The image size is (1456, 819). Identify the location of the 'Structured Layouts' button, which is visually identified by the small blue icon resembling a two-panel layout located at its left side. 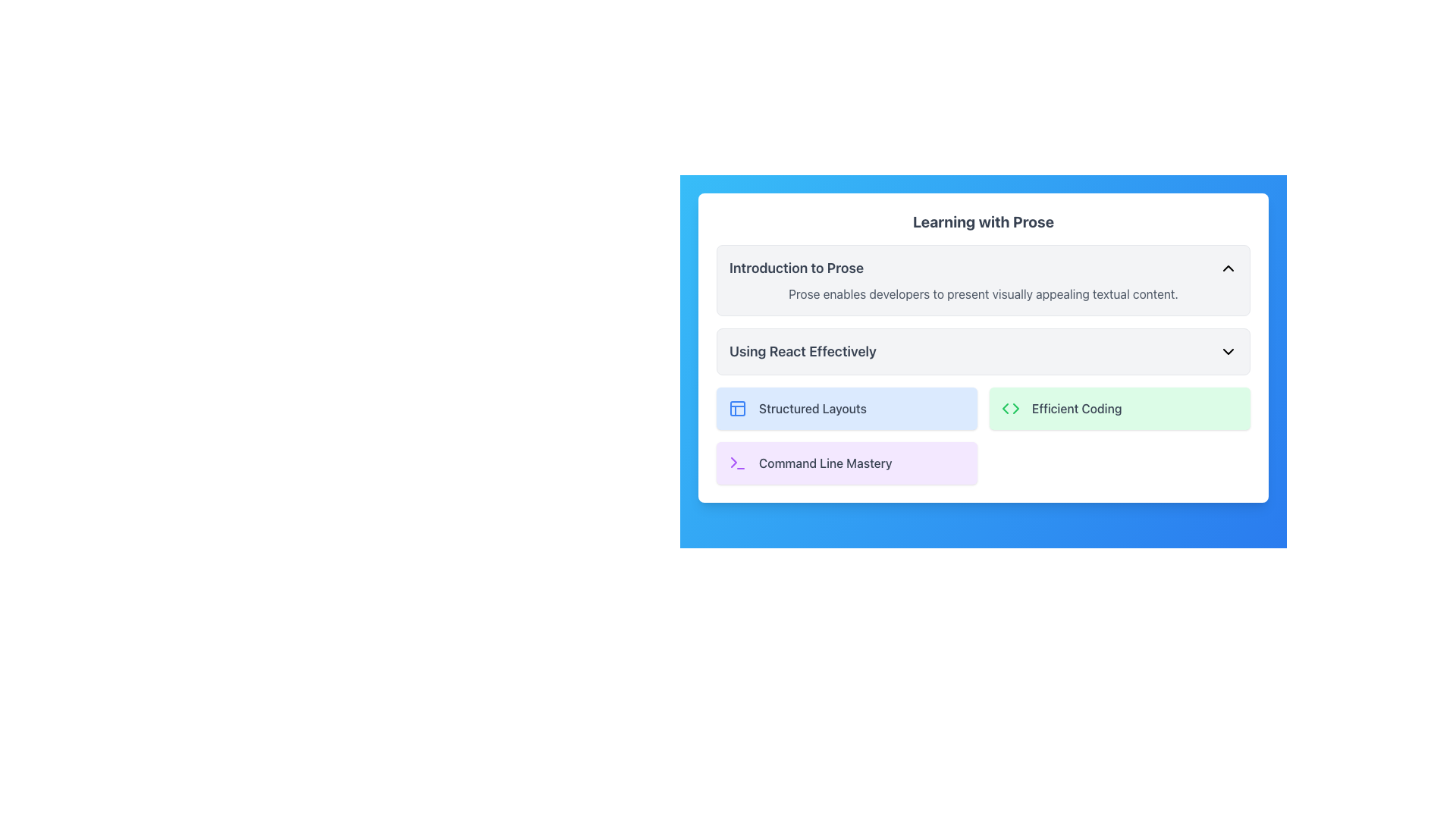
(738, 408).